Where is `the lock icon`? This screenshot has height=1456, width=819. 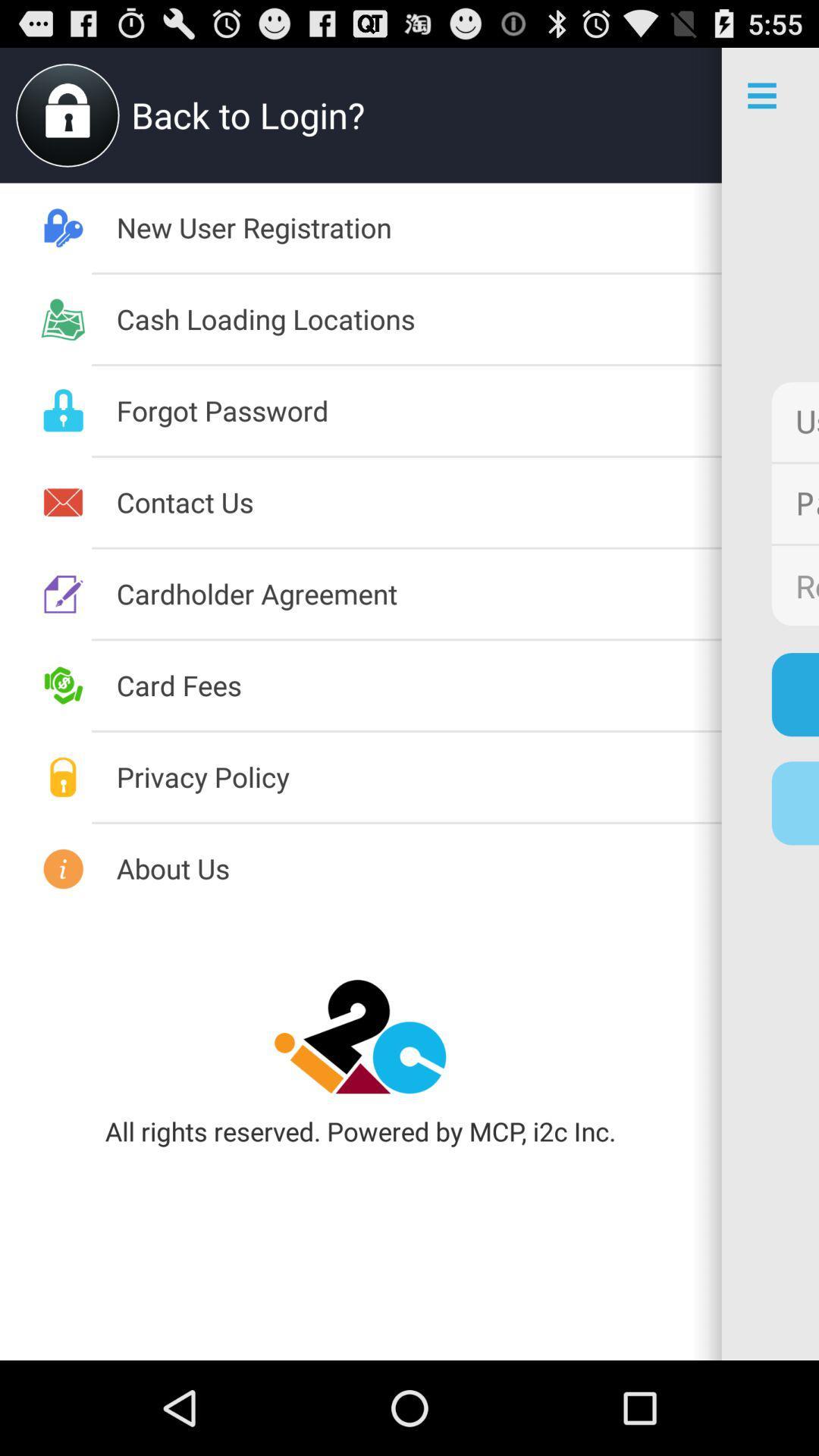 the lock icon is located at coordinates (67, 124).